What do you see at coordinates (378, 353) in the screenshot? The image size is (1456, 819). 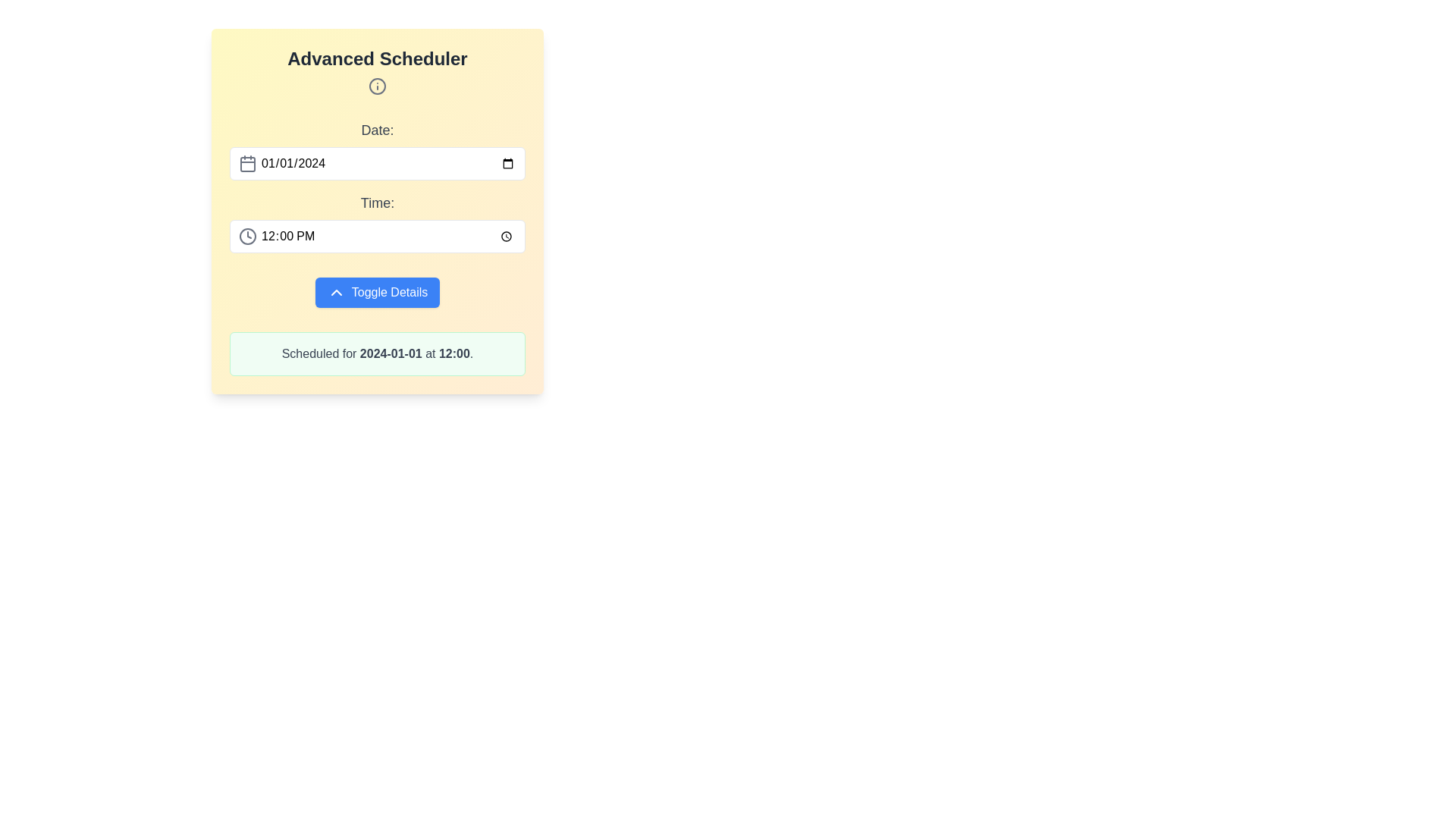 I see `the static text label displaying 'Scheduled for 2024-01-01 at 12:00.' which is located at the bottom of a green notification panel` at bounding box center [378, 353].